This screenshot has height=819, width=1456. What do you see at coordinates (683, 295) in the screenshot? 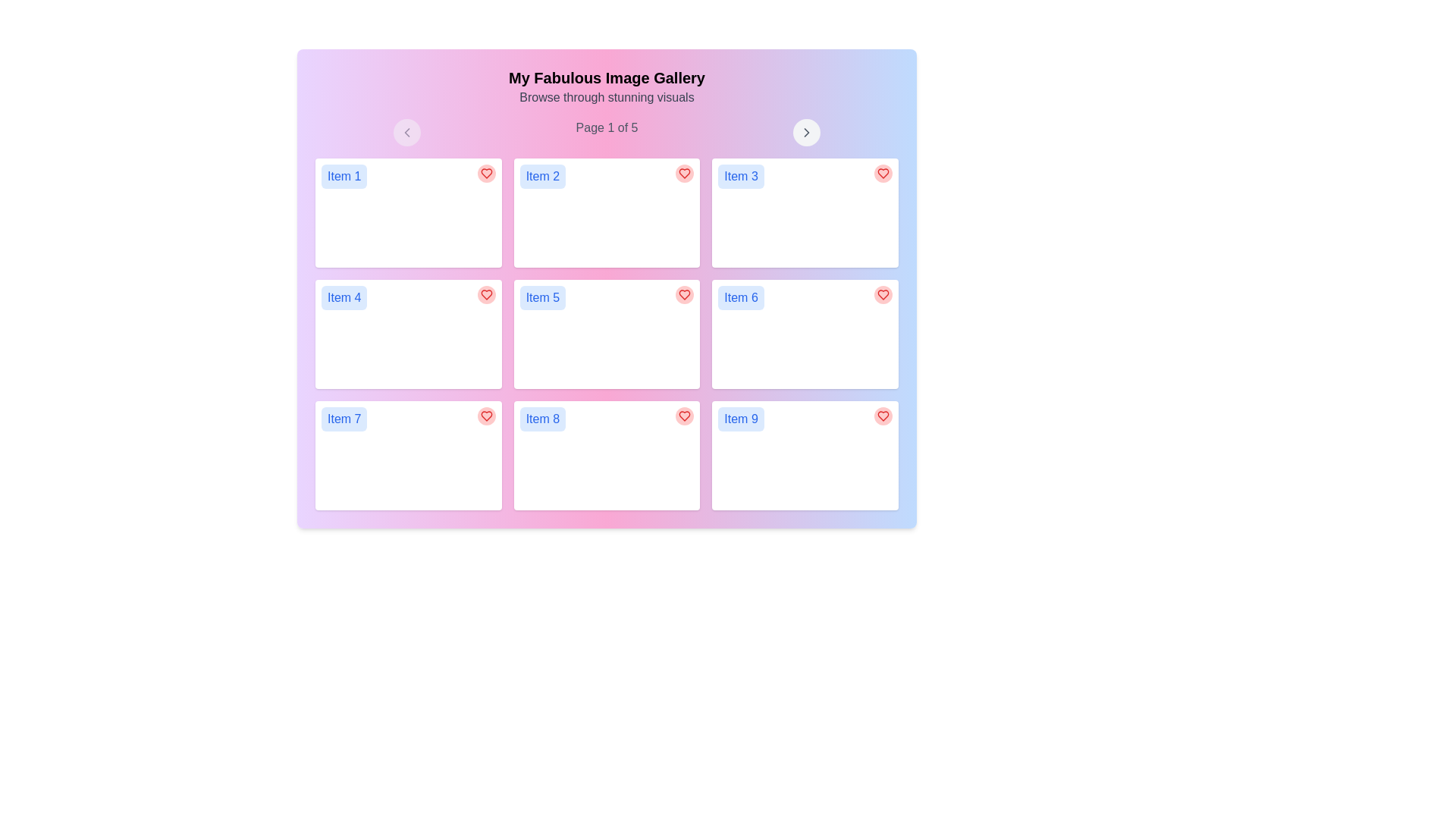
I see `the circular muted red button with a heart icon in the top-right corner of the 'Item 5' card to like or favorite the item` at bounding box center [683, 295].